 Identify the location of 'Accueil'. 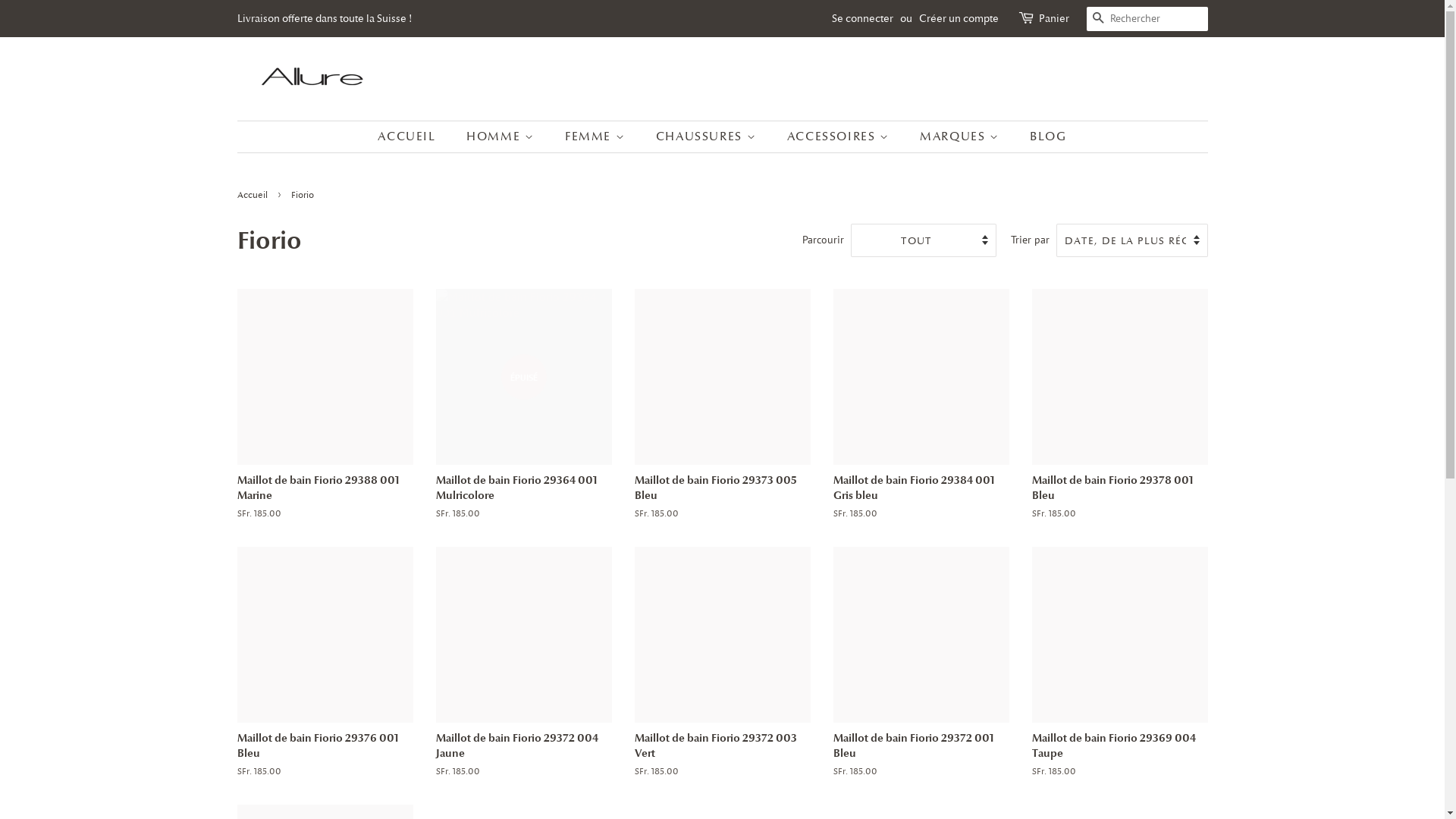
(236, 194).